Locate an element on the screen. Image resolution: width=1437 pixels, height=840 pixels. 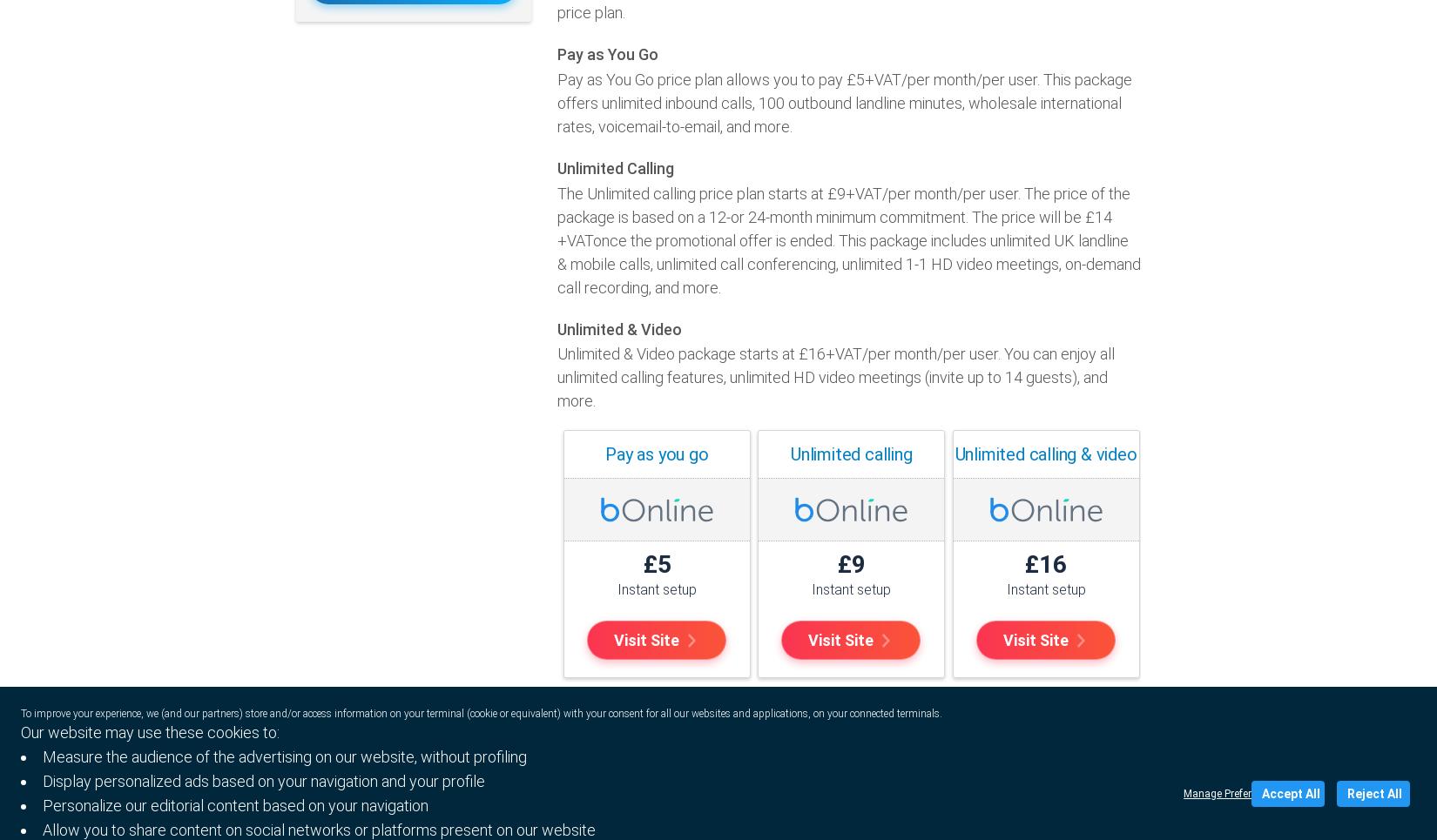
'£5' is located at coordinates (656, 564).